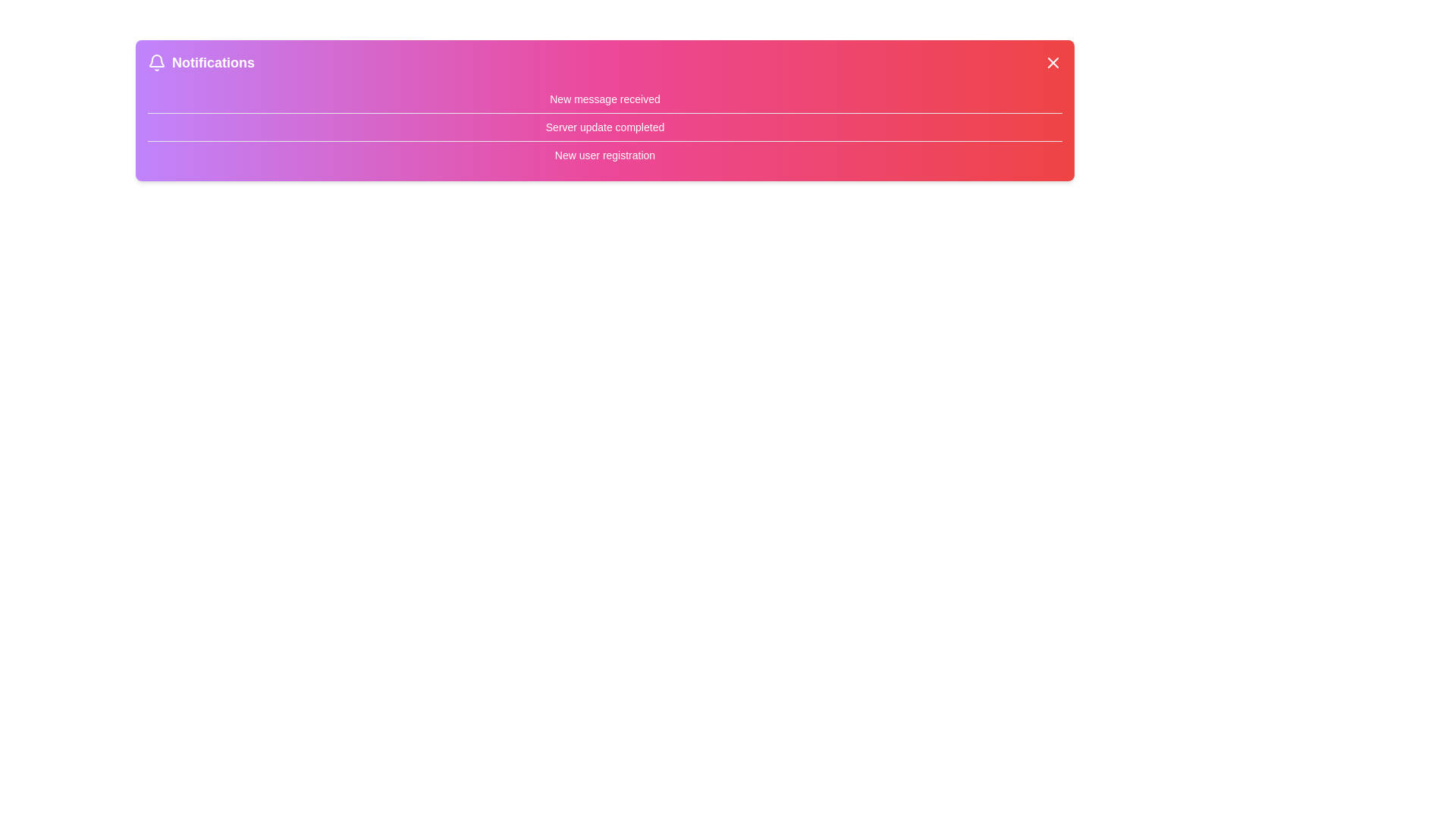 This screenshot has width=1456, height=819. Describe the element at coordinates (1052, 62) in the screenshot. I see `the close button represented by an 'X' icon inside a red circular button located in the top-right corner of the notification card` at that location.